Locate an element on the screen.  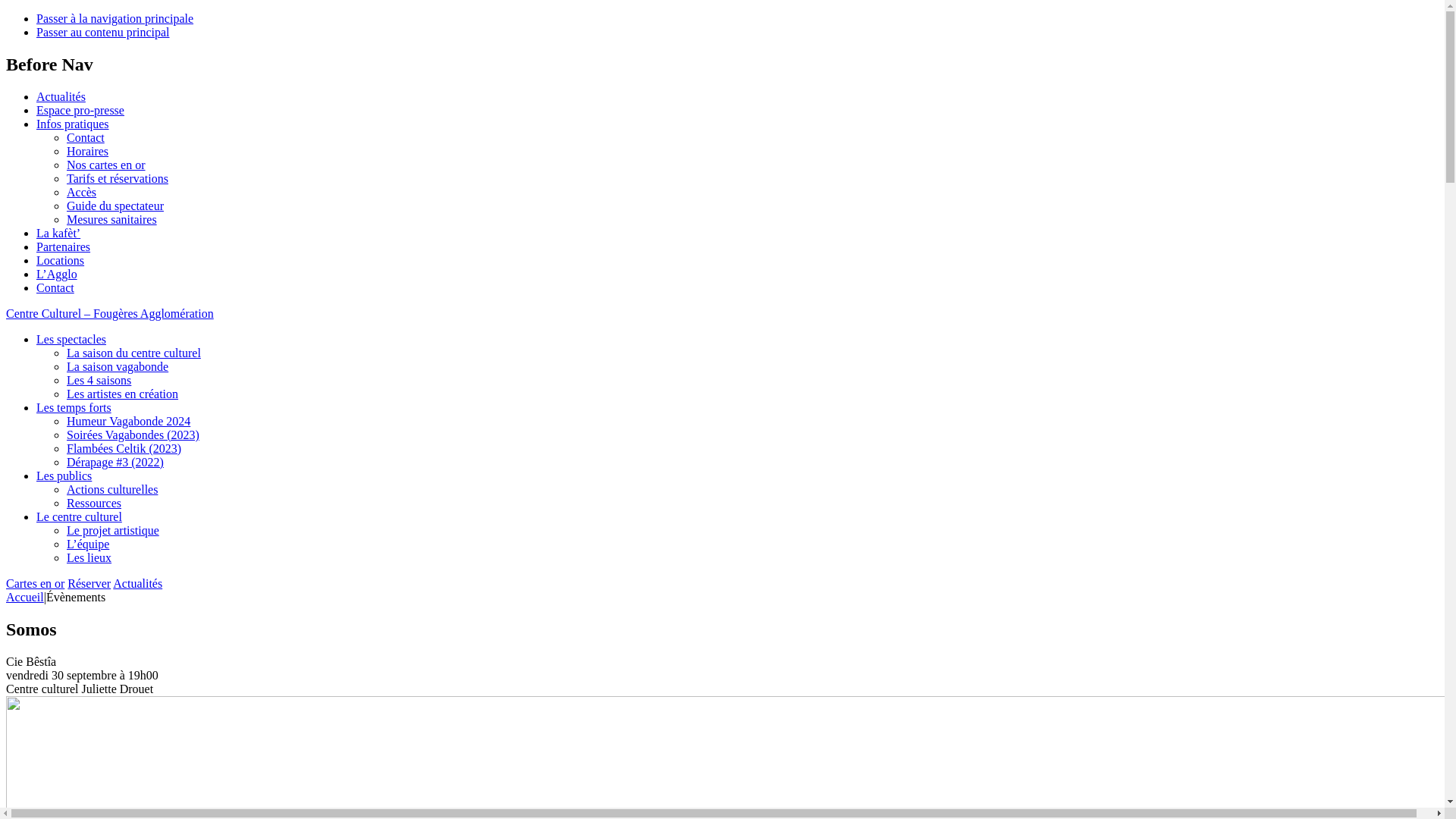
'Cartes en or' is located at coordinates (6, 582).